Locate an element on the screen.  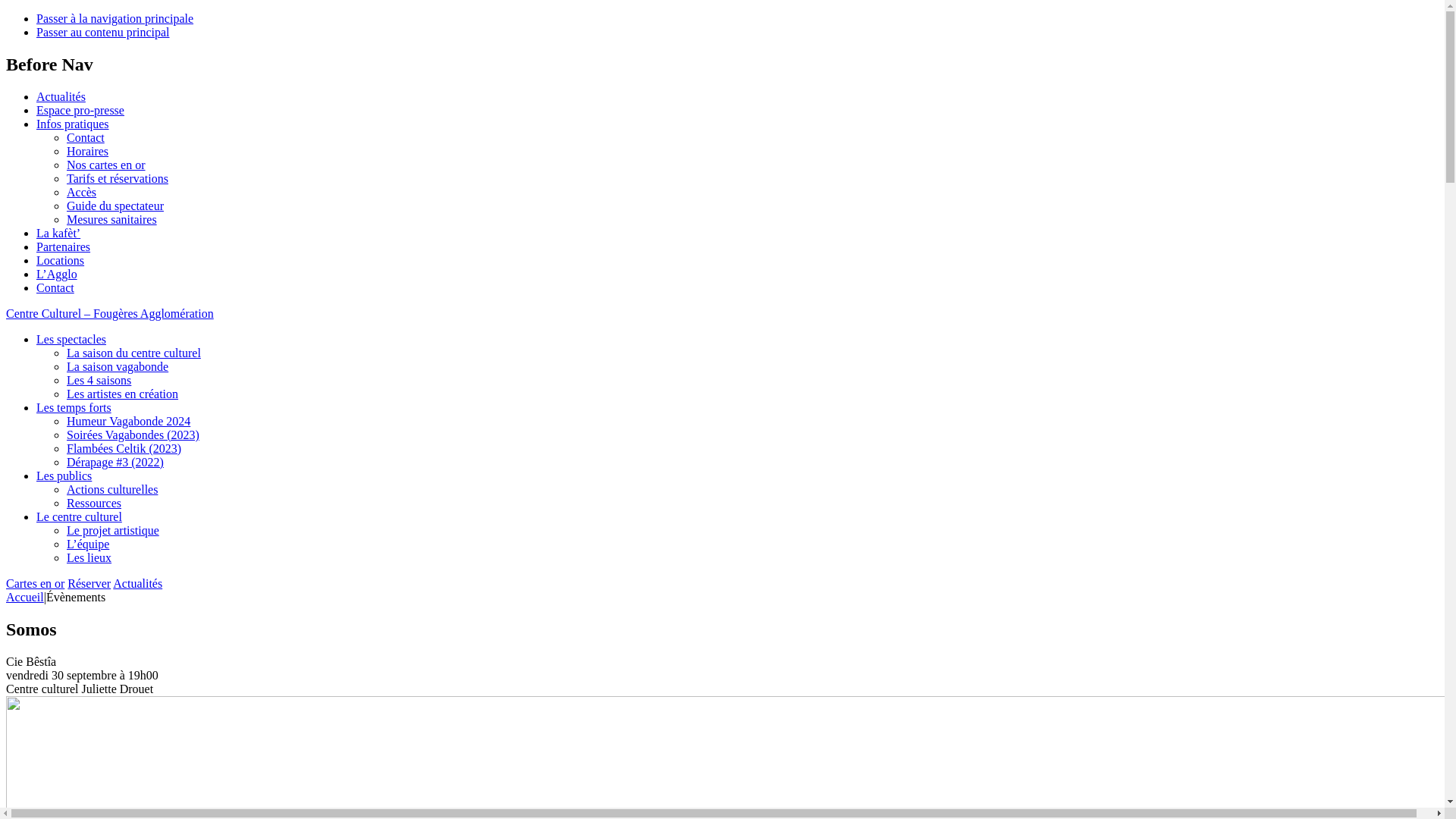
'Cartes en or' is located at coordinates (6, 582).